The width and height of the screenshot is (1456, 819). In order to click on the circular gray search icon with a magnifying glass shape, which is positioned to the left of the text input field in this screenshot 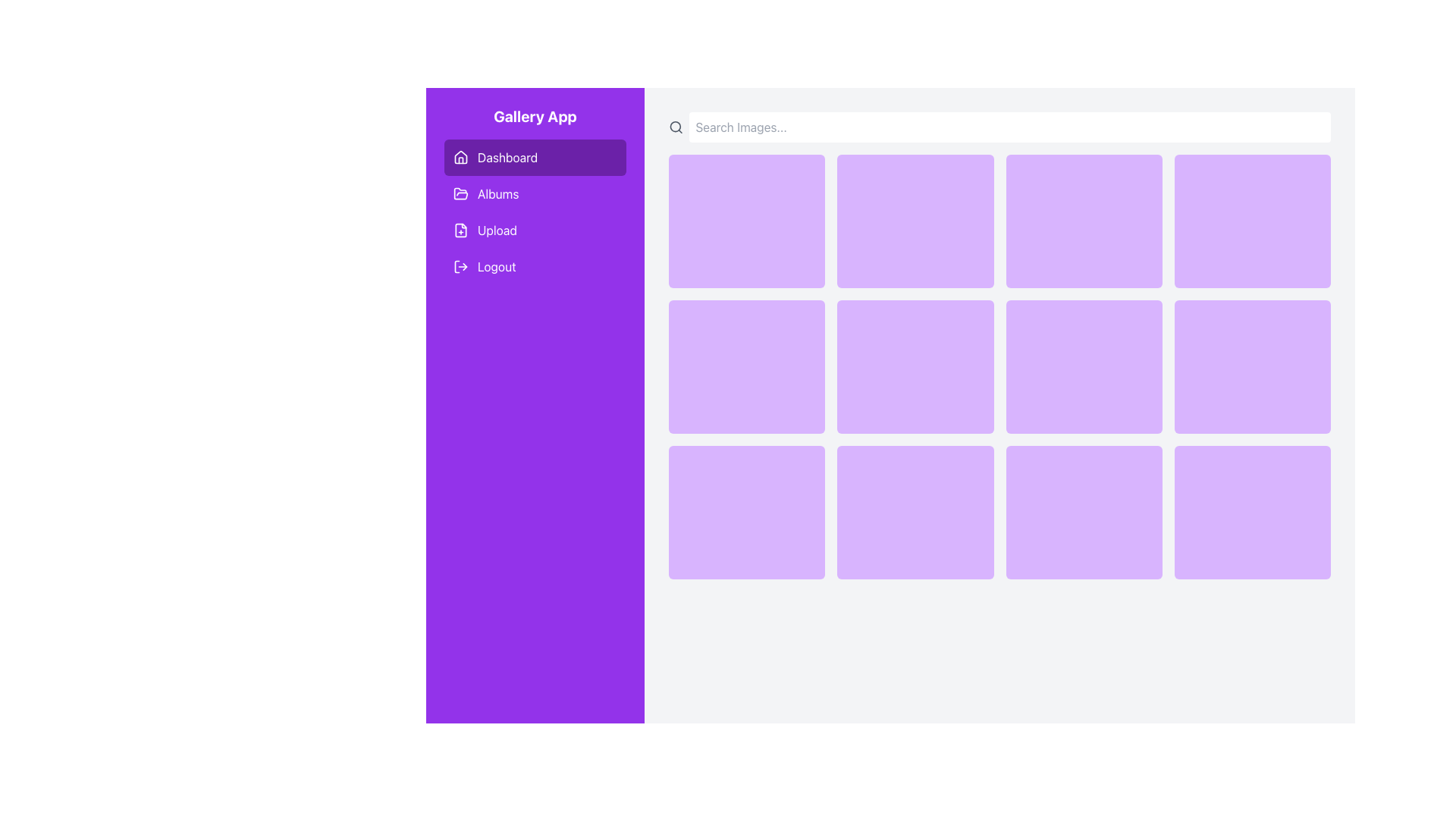, I will do `click(675, 127)`.